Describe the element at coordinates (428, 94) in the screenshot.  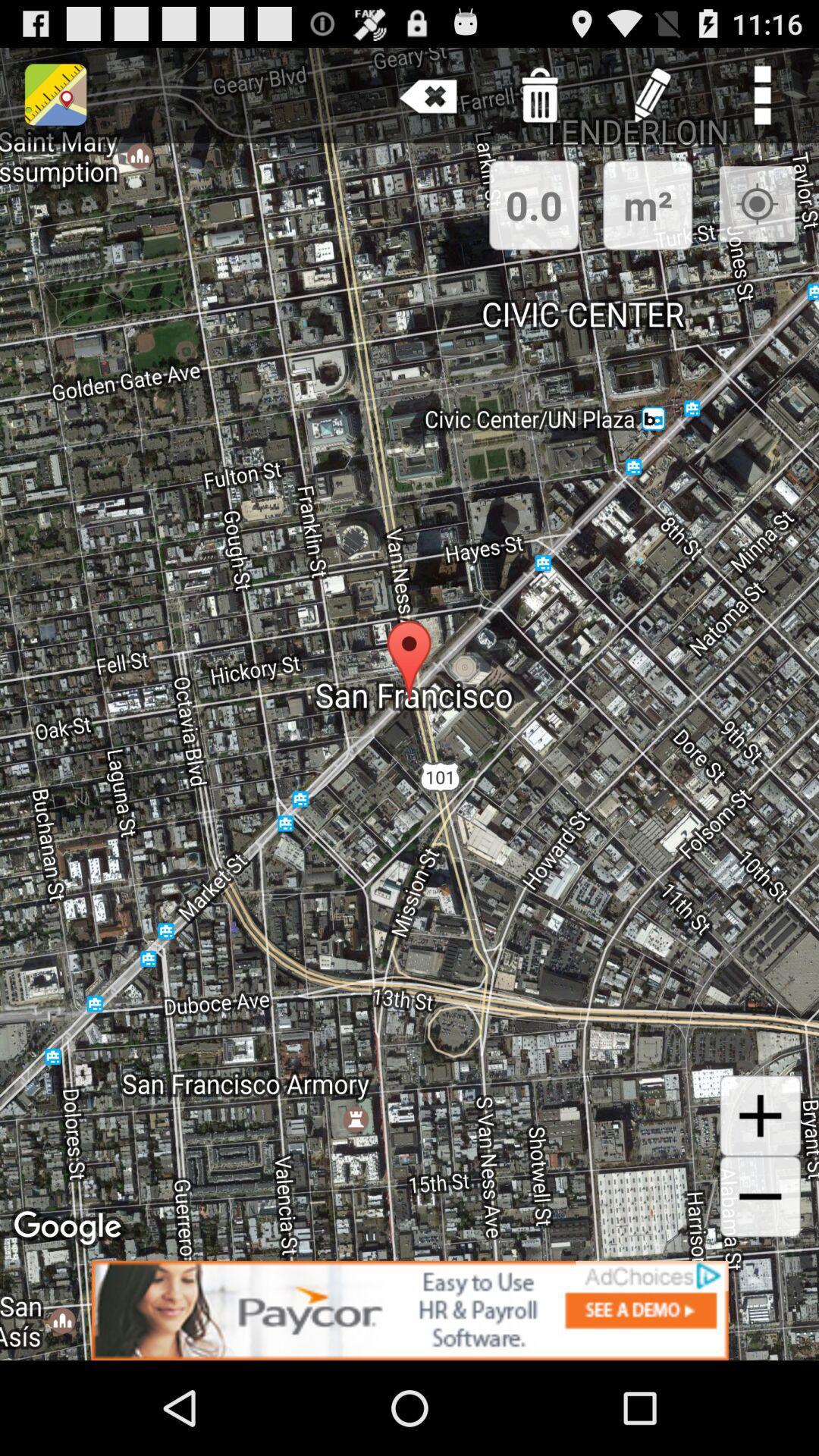
I see `app above 0.0` at that location.